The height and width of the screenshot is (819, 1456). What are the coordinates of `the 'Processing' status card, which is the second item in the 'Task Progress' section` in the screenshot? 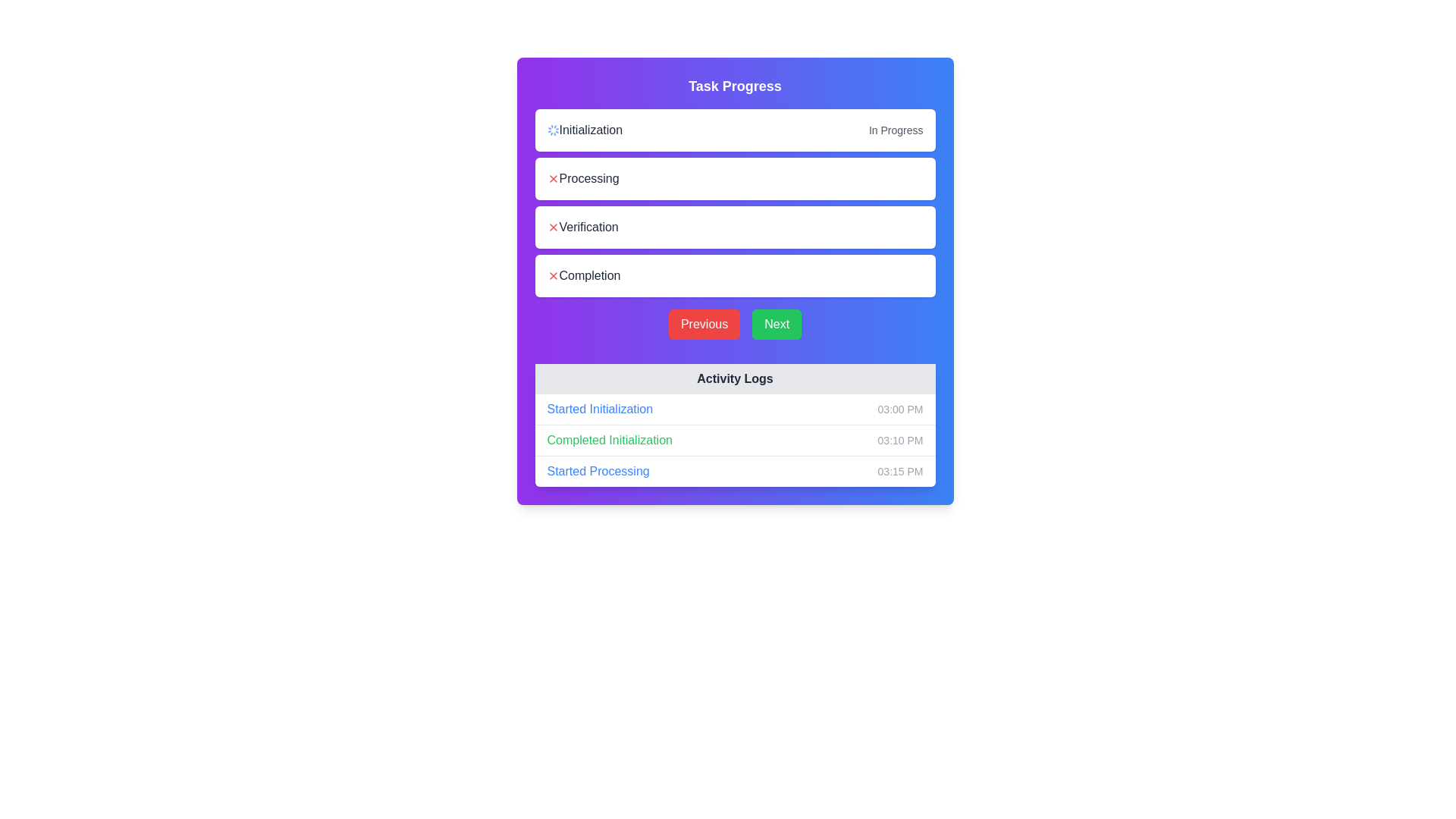 It's located at (735, 177).